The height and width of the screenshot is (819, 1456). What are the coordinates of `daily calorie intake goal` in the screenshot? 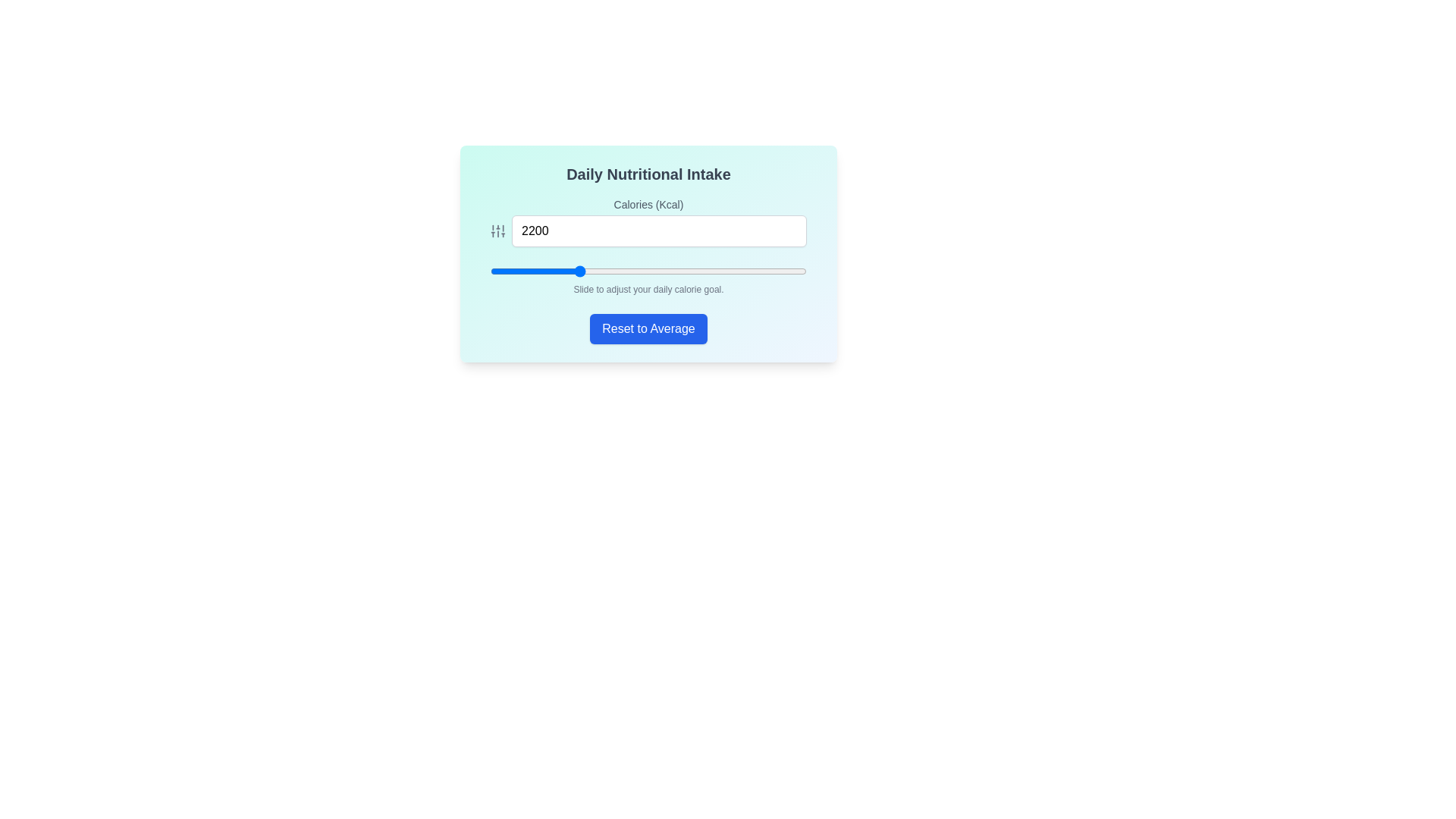 It's located at (499, 271).